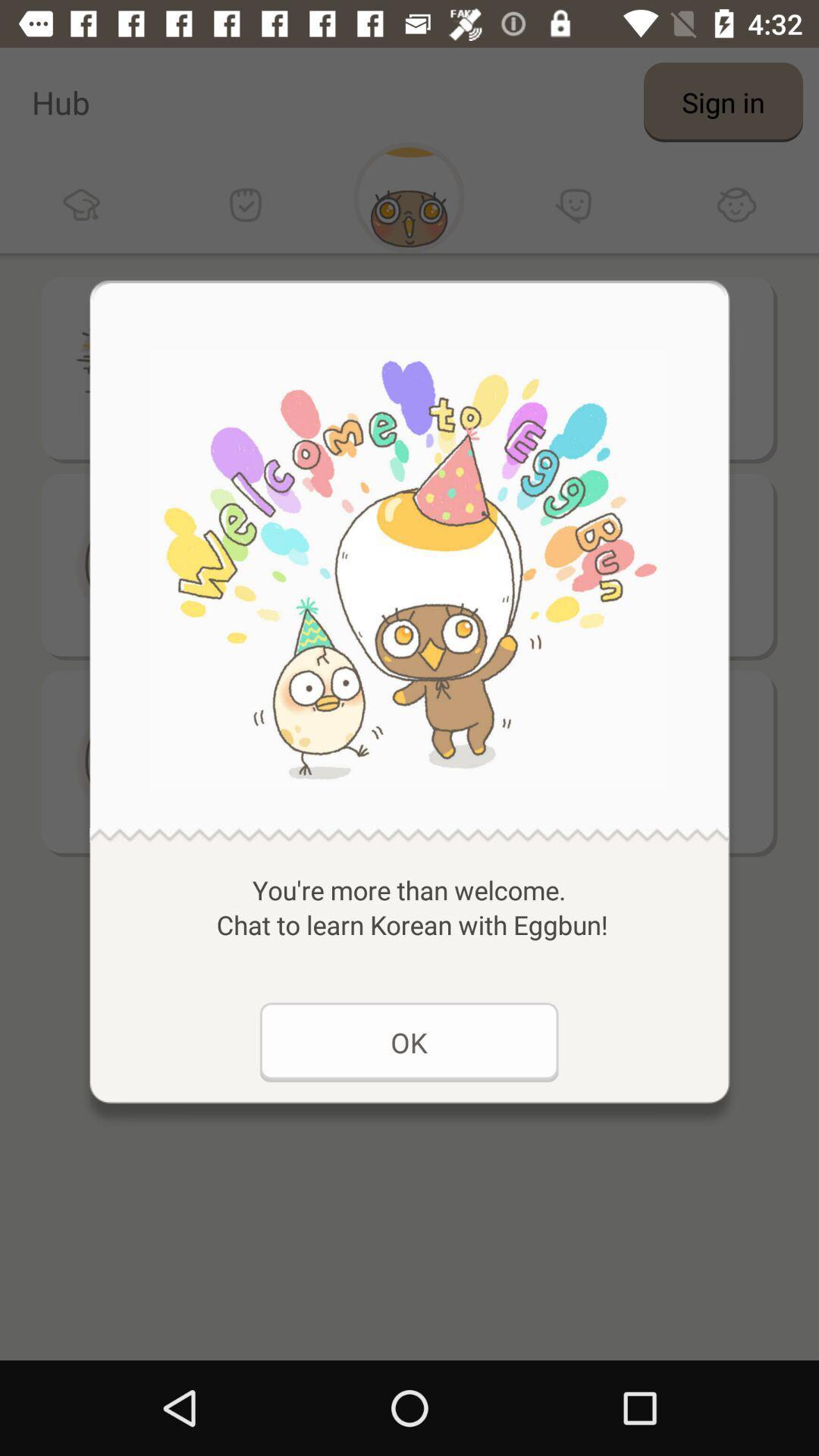  What do you see at coordinates (408, 1041) in the screenshot?
I see `the ok` at bounding box center [408, 1041].